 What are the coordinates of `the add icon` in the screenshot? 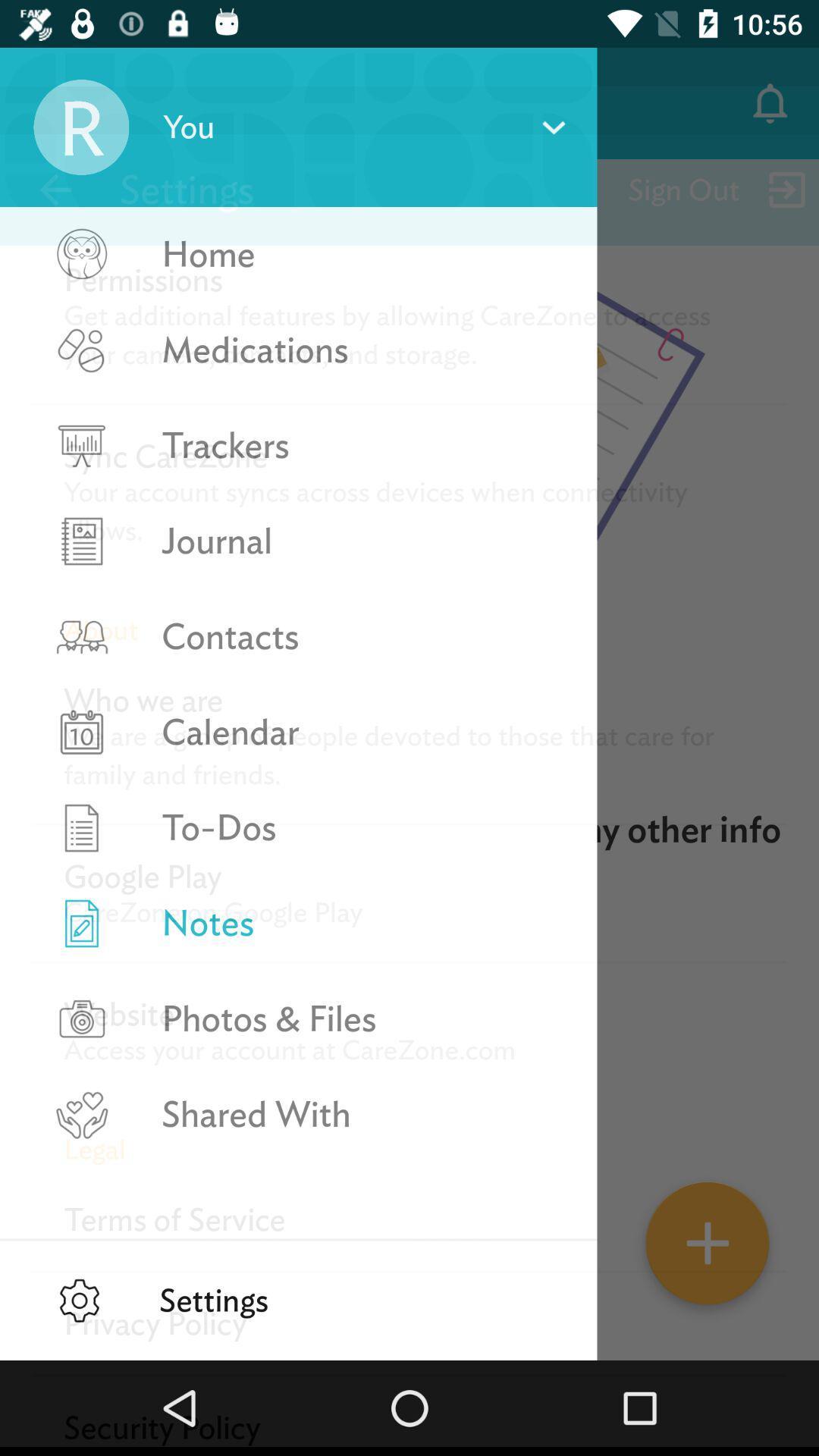 It's located at (708, 1248).